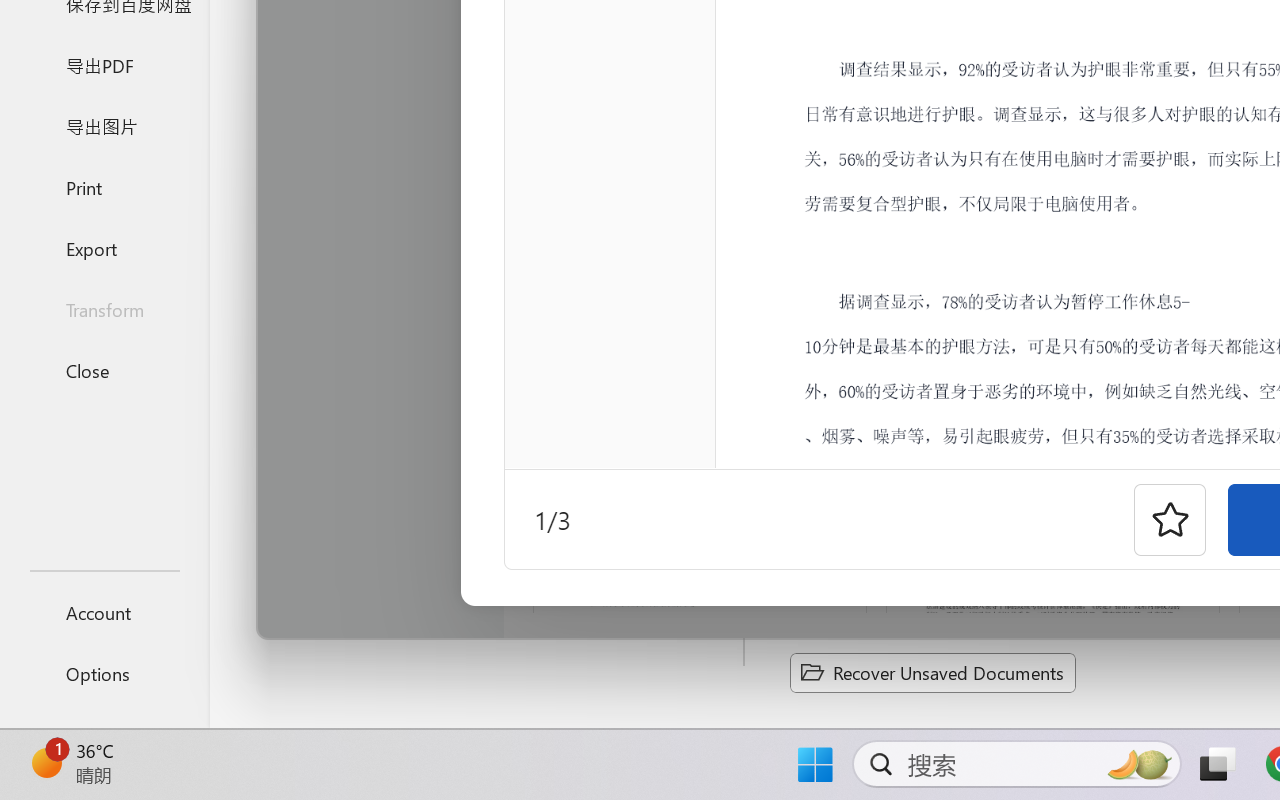 The width and height of the screenshot is (1280, 800). What do you see at coordinates (103, 247) in the screenshot?
I see `'Export'` at bounding box center [103, 247].